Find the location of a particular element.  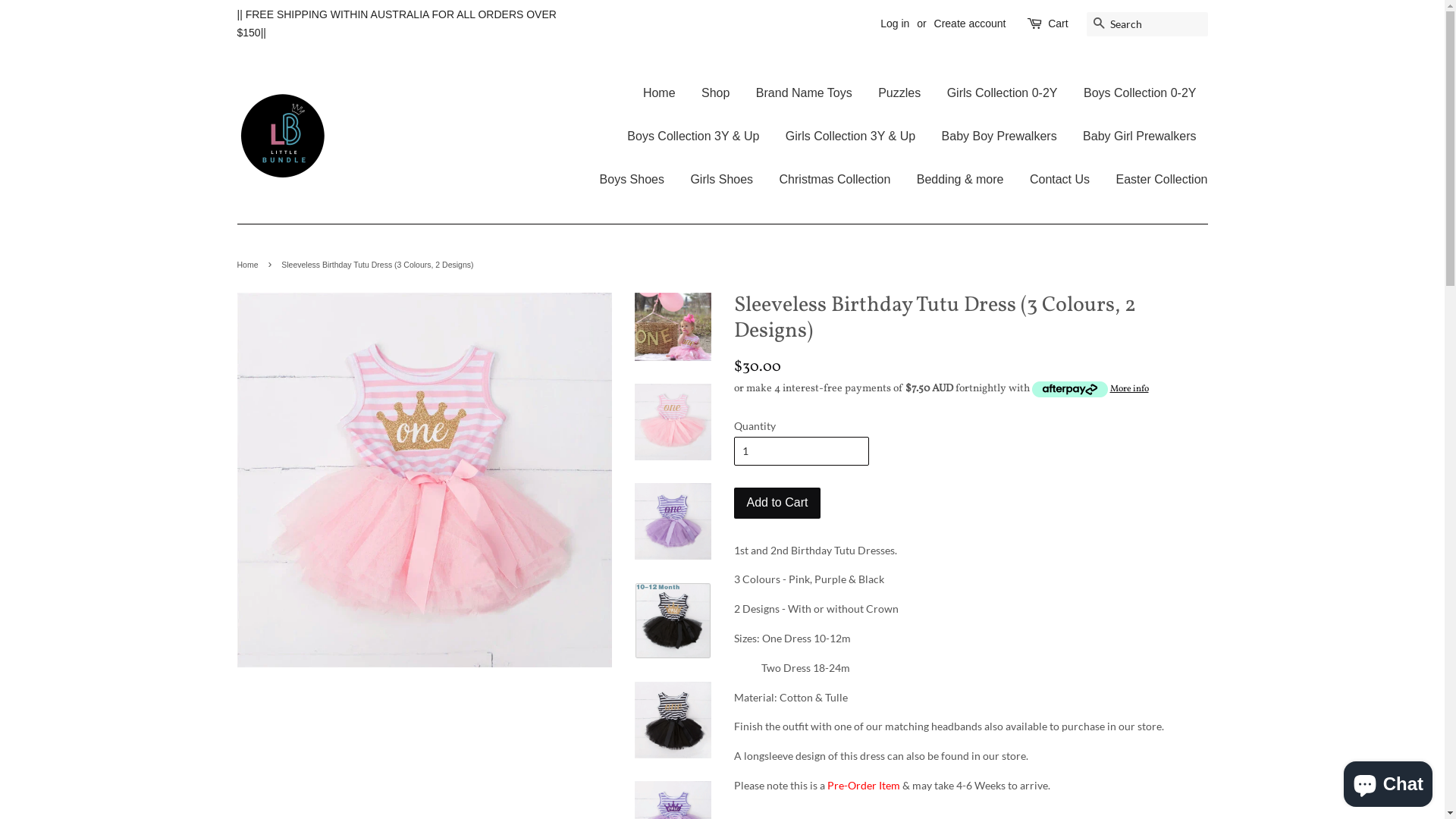

'Log in' is located at coordinates (880, 23).